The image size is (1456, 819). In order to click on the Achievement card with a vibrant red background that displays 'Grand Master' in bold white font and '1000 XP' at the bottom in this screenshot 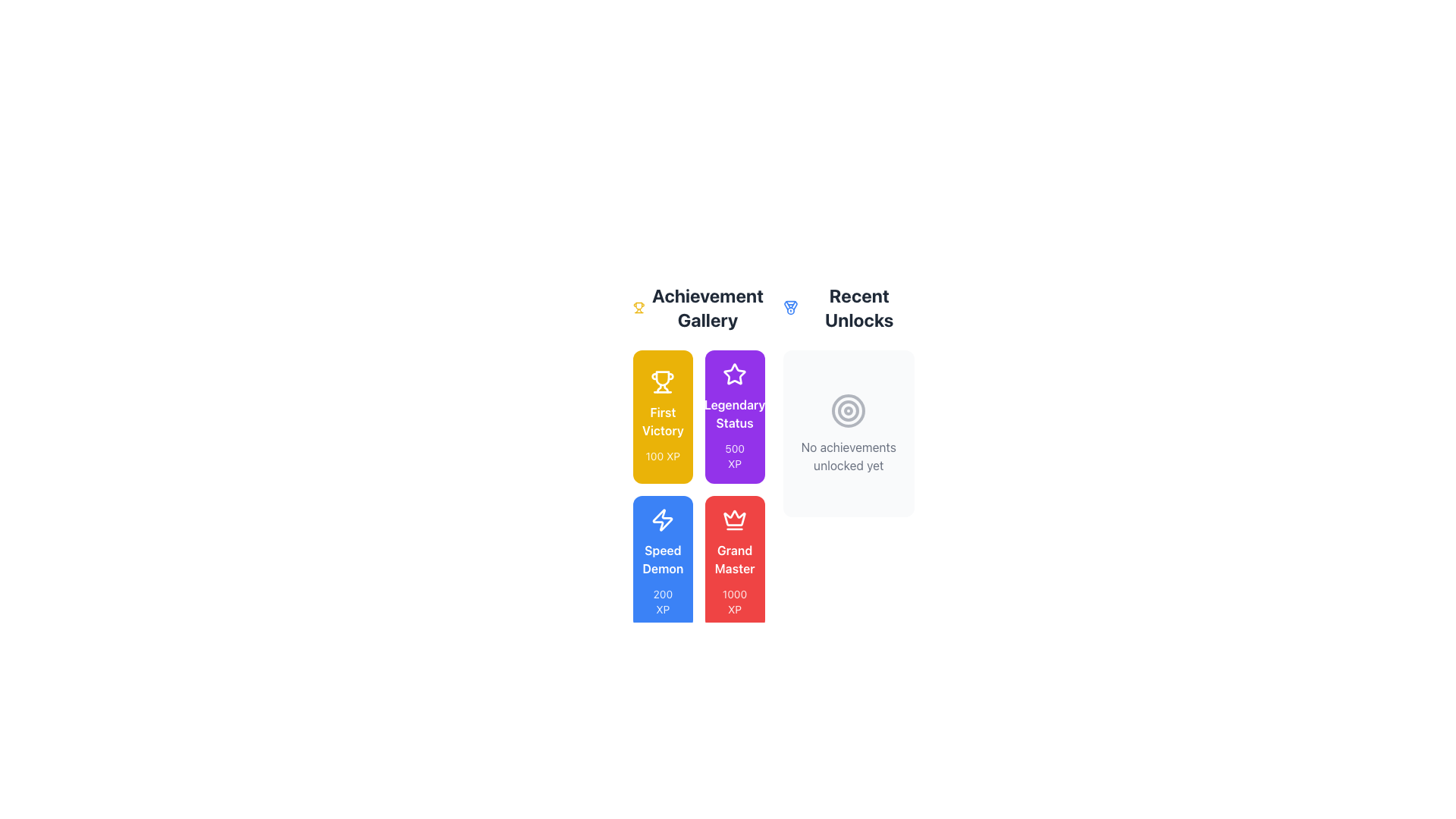, I will do `click(735, 562)`.